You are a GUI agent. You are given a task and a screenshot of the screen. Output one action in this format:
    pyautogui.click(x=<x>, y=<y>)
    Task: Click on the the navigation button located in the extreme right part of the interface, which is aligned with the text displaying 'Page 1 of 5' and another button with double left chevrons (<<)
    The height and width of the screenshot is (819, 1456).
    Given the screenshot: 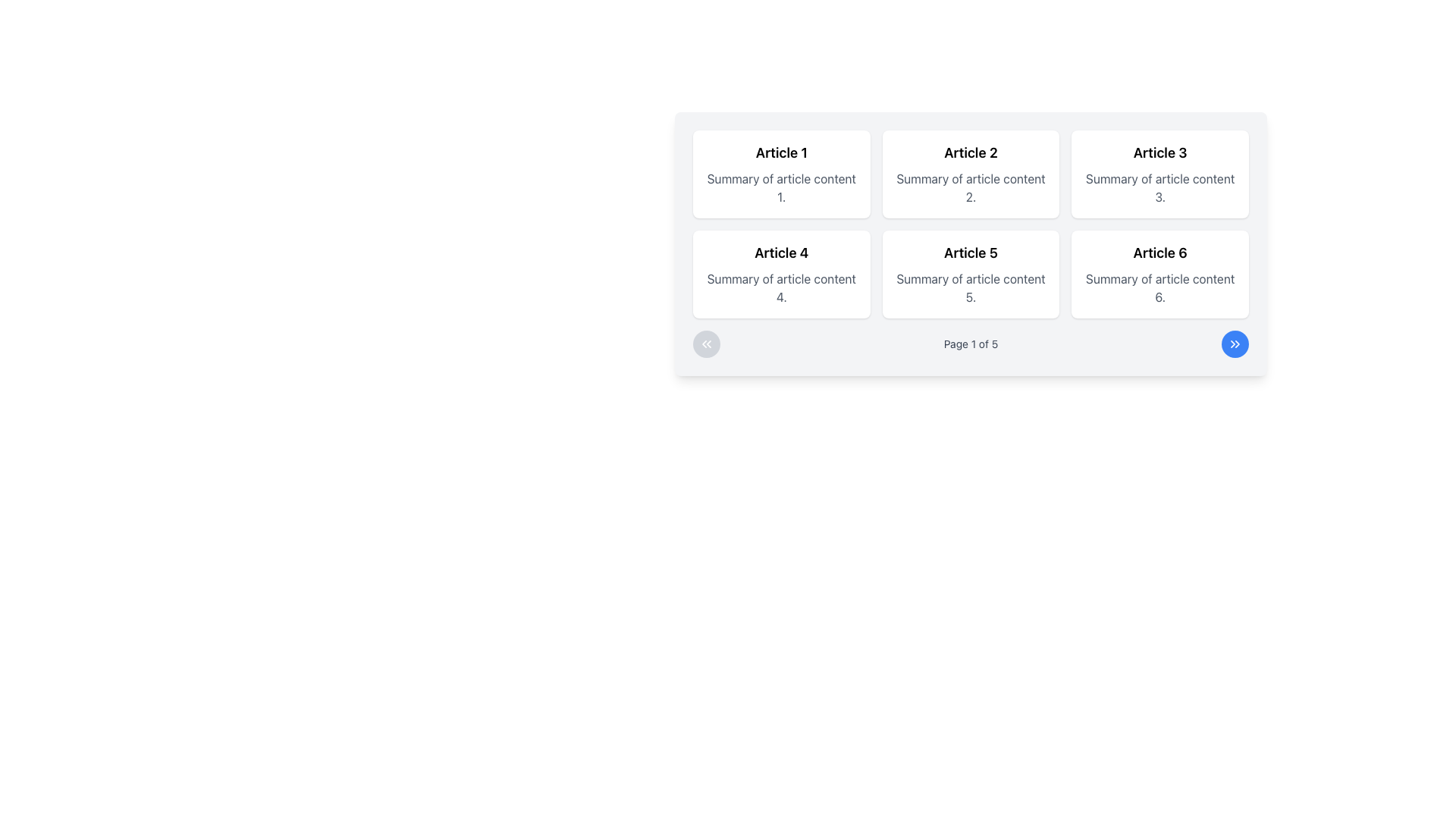 What is the action you would take?
    pyautogui.click(x=1235, y=344)
    